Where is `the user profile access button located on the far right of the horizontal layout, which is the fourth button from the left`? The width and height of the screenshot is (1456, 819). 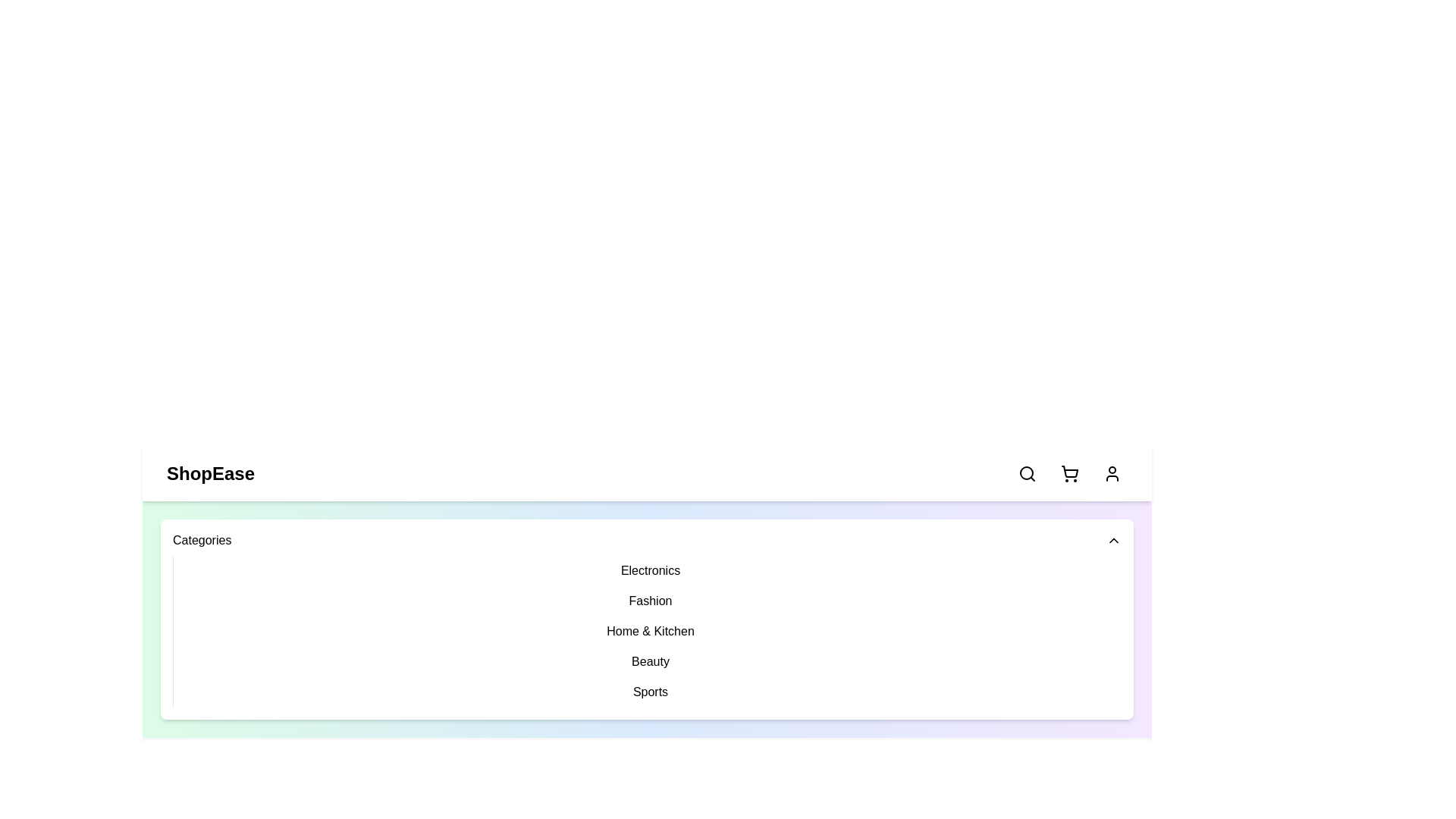 the user profile access button located on the far right of the horizontal layout, which is the fourth button from the left is located at coordinates (1112, 472).